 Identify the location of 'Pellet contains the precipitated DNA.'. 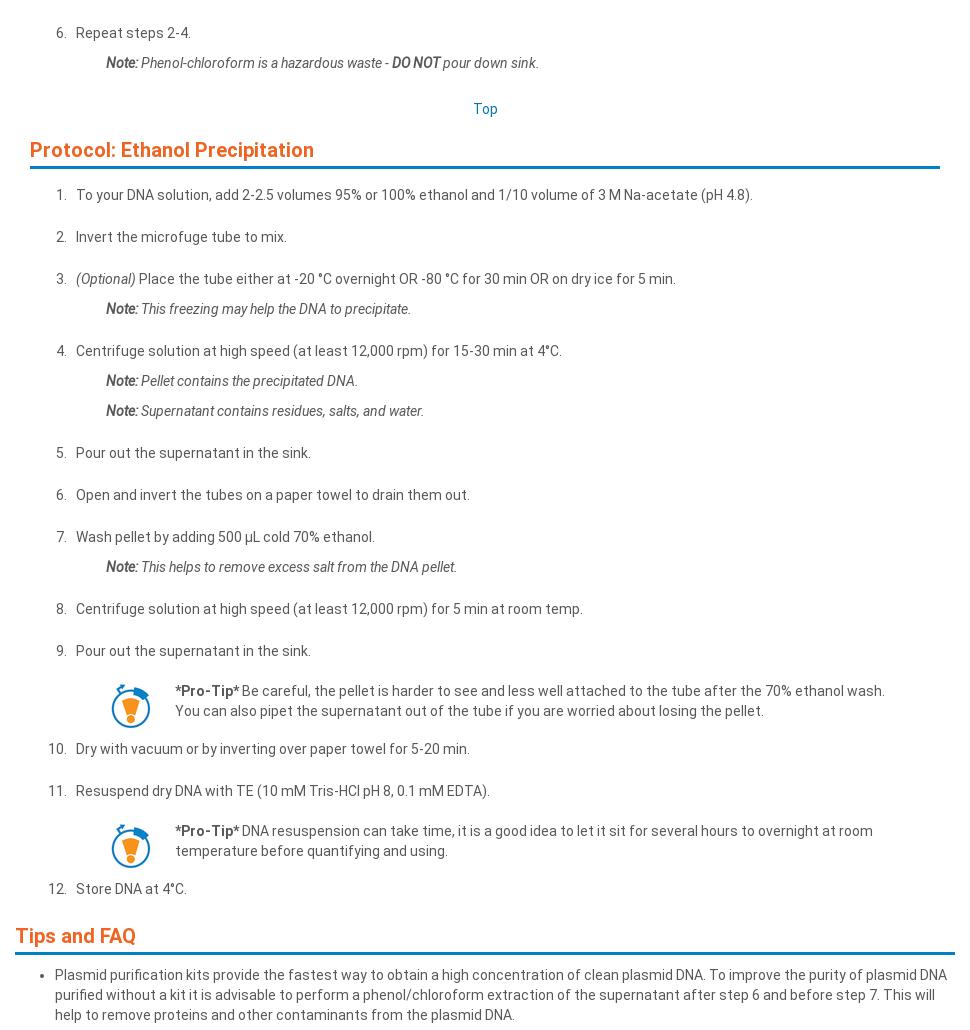
(247, 379).